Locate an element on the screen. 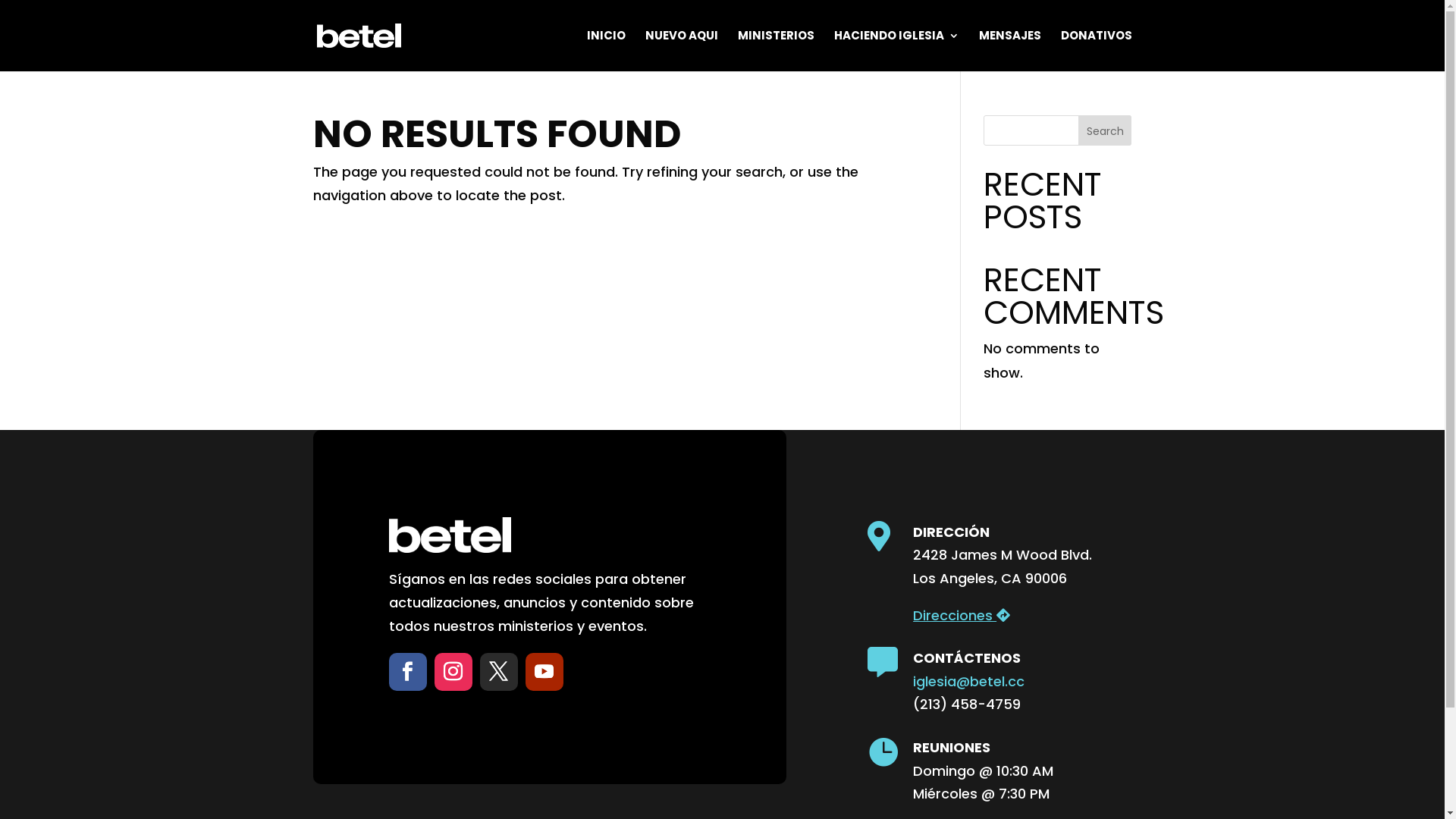 This screenshot has width=1456, height=819. 'Search' is located at coordinates (1105, 130).